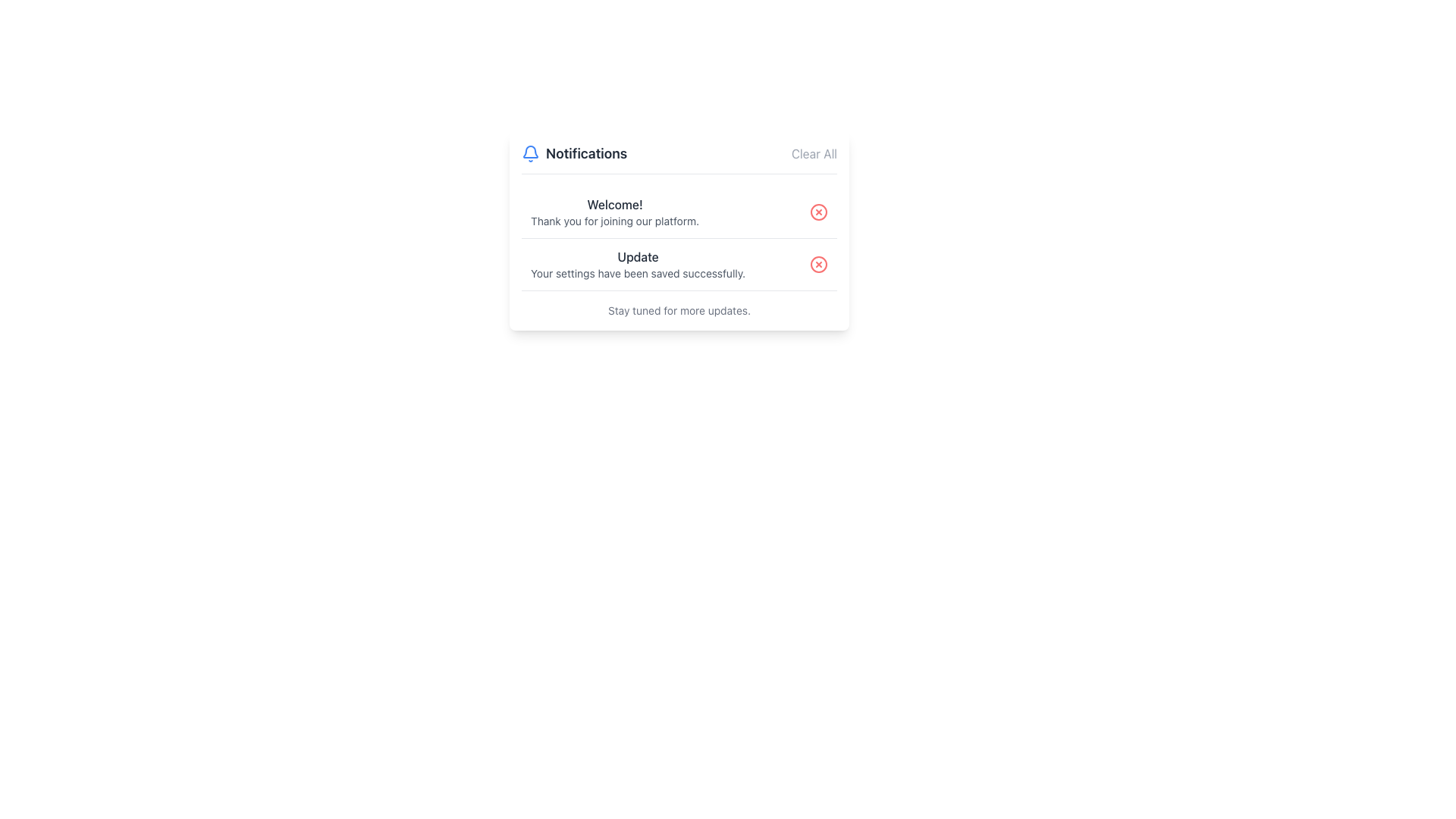 This screenshot has width=1456, height=819. I want to click on the 'Clear All Notifications' button located in the top-right corner of the interface, so click(813, 154).